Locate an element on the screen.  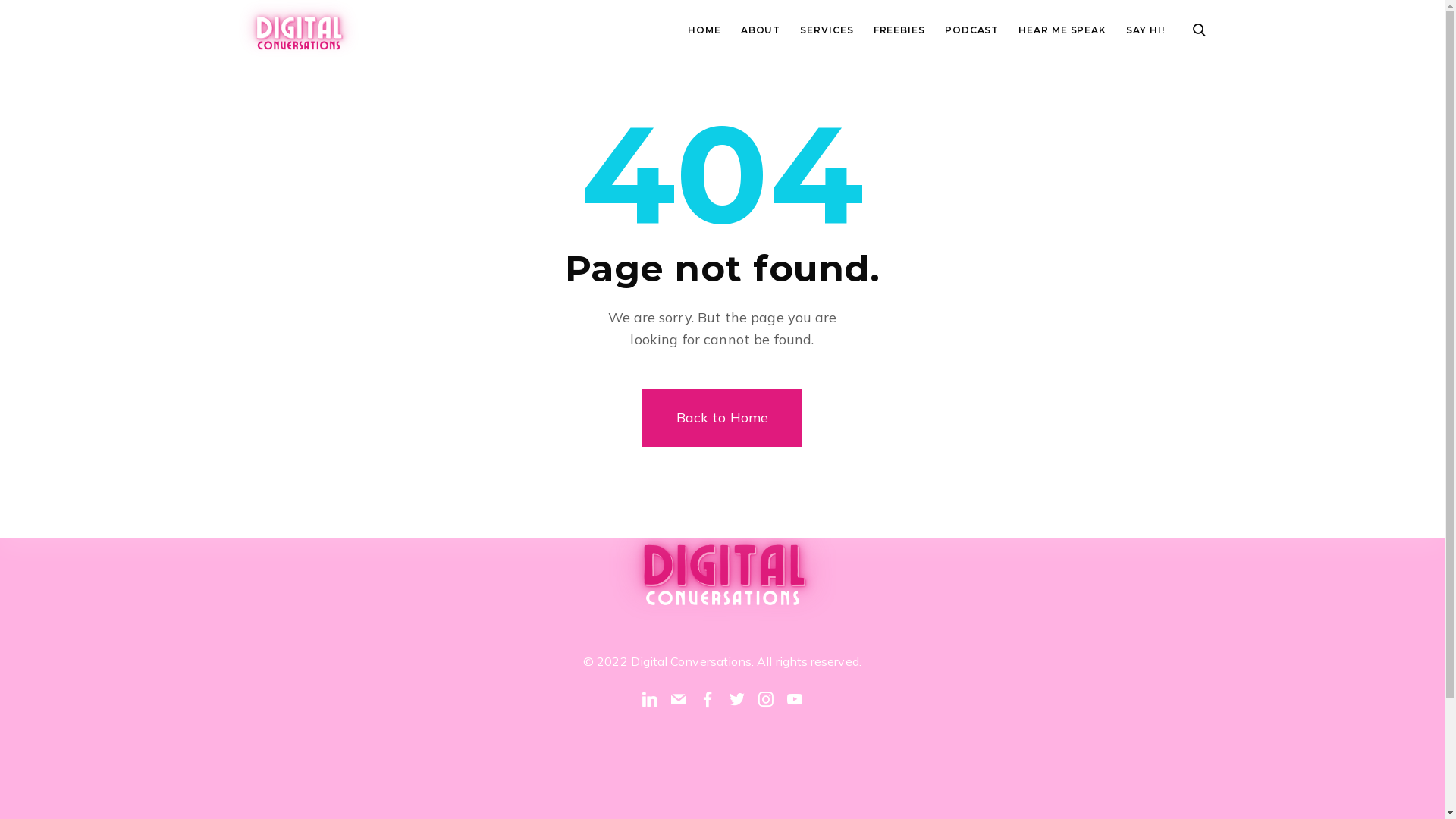
'PODCAST' is located at coordinates (971, 30).